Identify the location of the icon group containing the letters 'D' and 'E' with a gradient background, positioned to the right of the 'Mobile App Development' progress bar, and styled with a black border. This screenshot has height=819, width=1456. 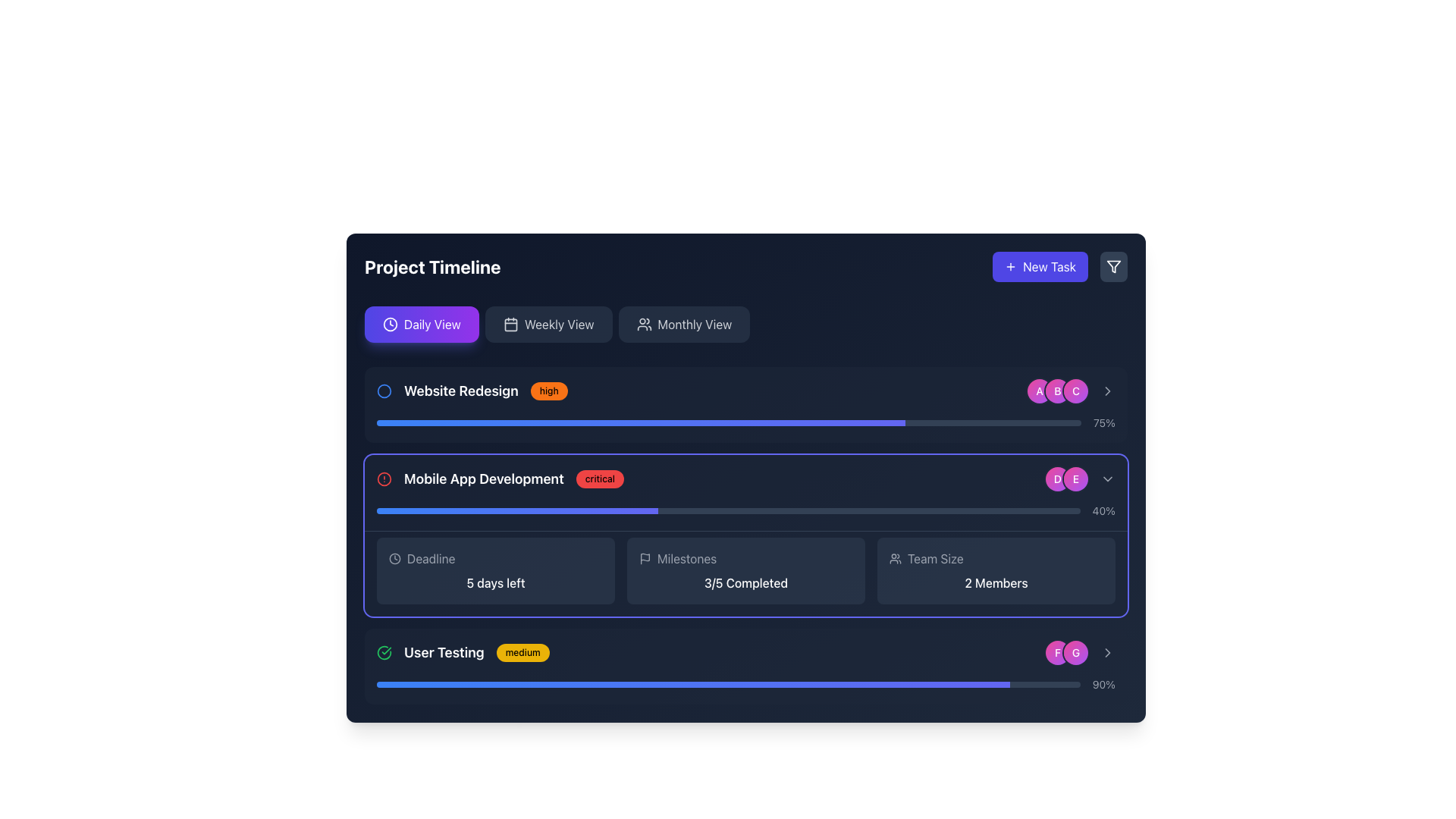
(1065, 479).